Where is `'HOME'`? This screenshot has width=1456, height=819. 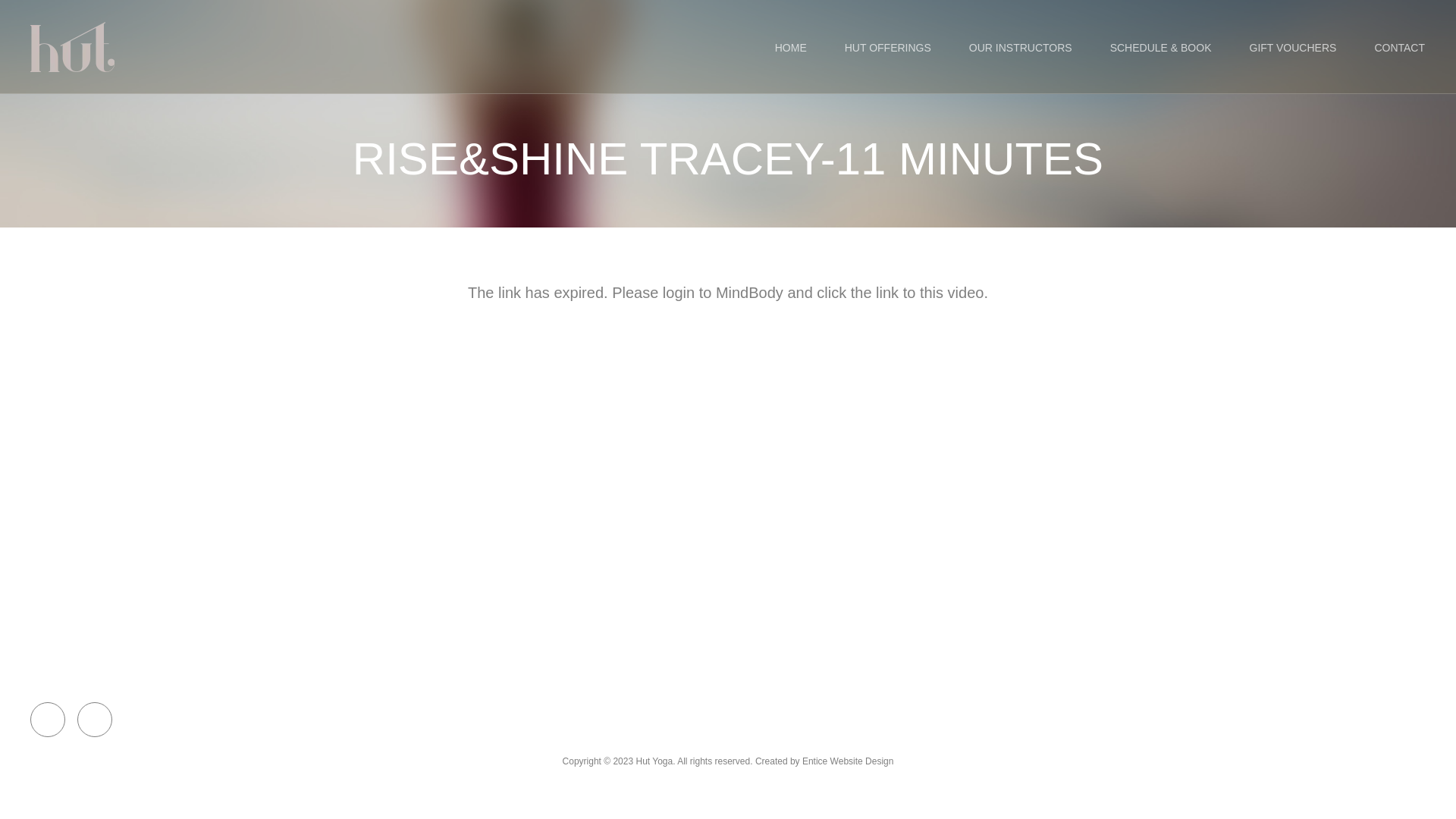 'HOME' is located at coordinates (789, 46).